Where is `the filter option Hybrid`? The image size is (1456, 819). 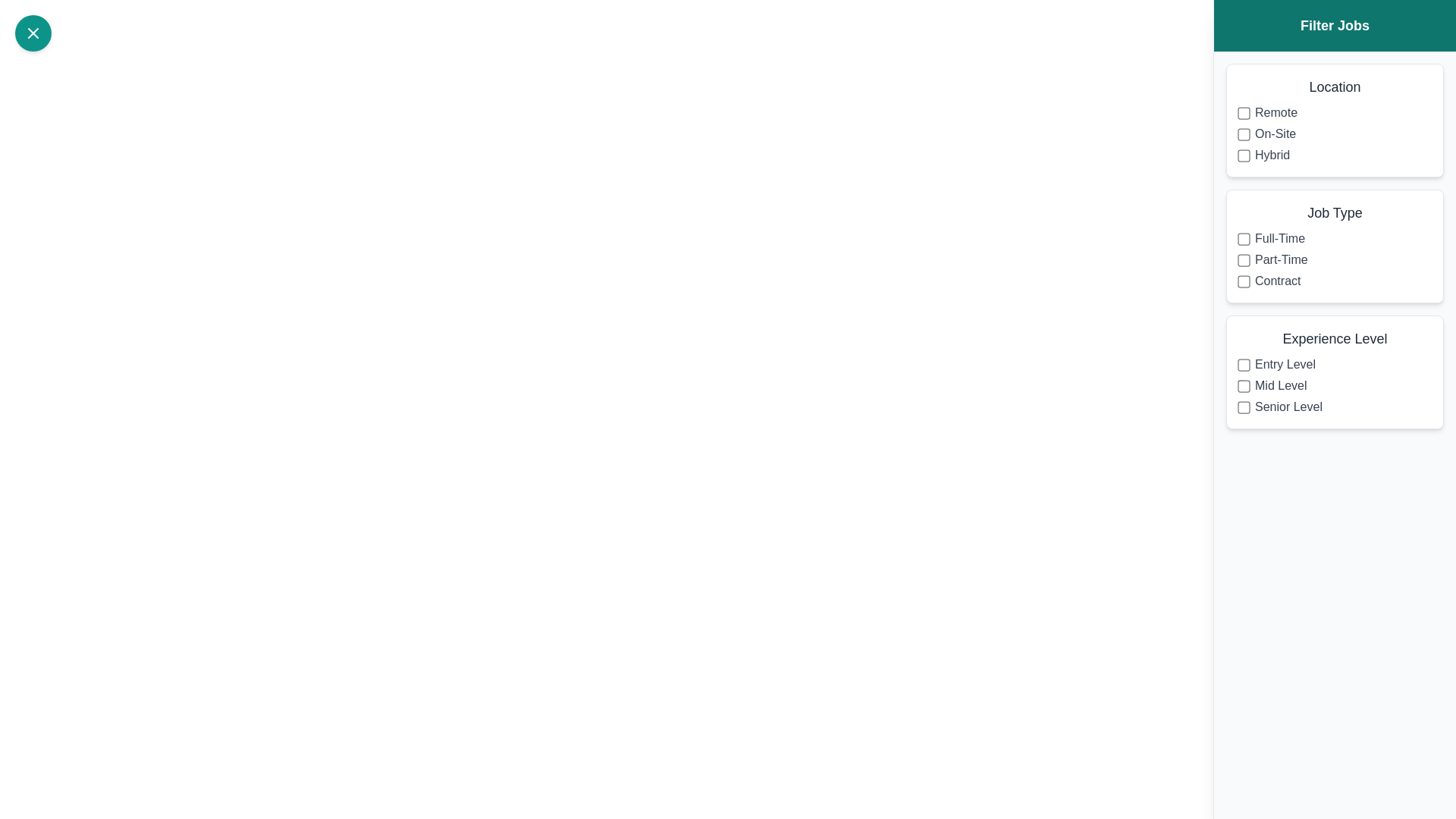
the filter option Hybrid is located at coordinates (1244, 155).